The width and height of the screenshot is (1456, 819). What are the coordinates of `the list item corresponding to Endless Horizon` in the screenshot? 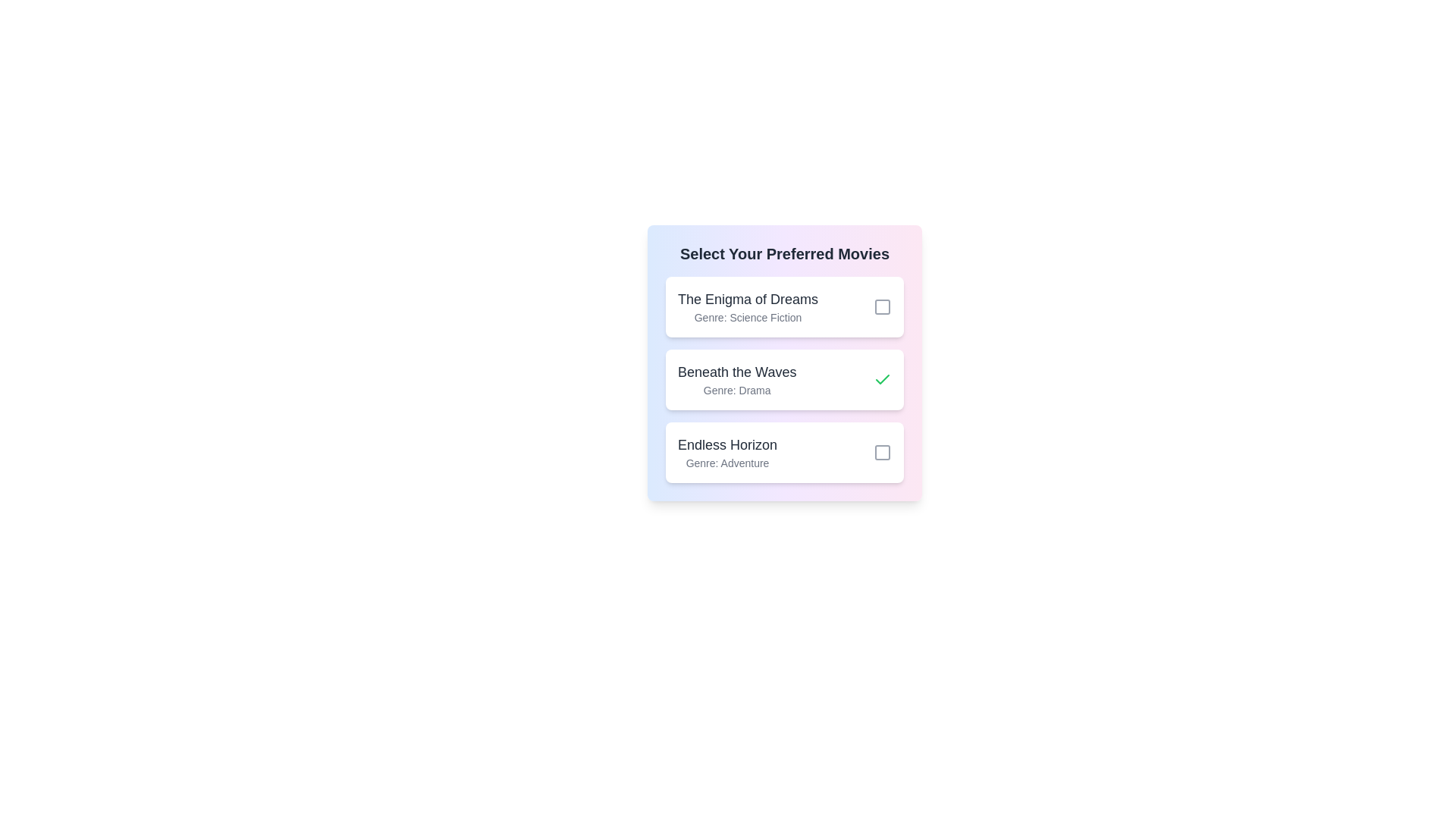 It's located at (785, 452).